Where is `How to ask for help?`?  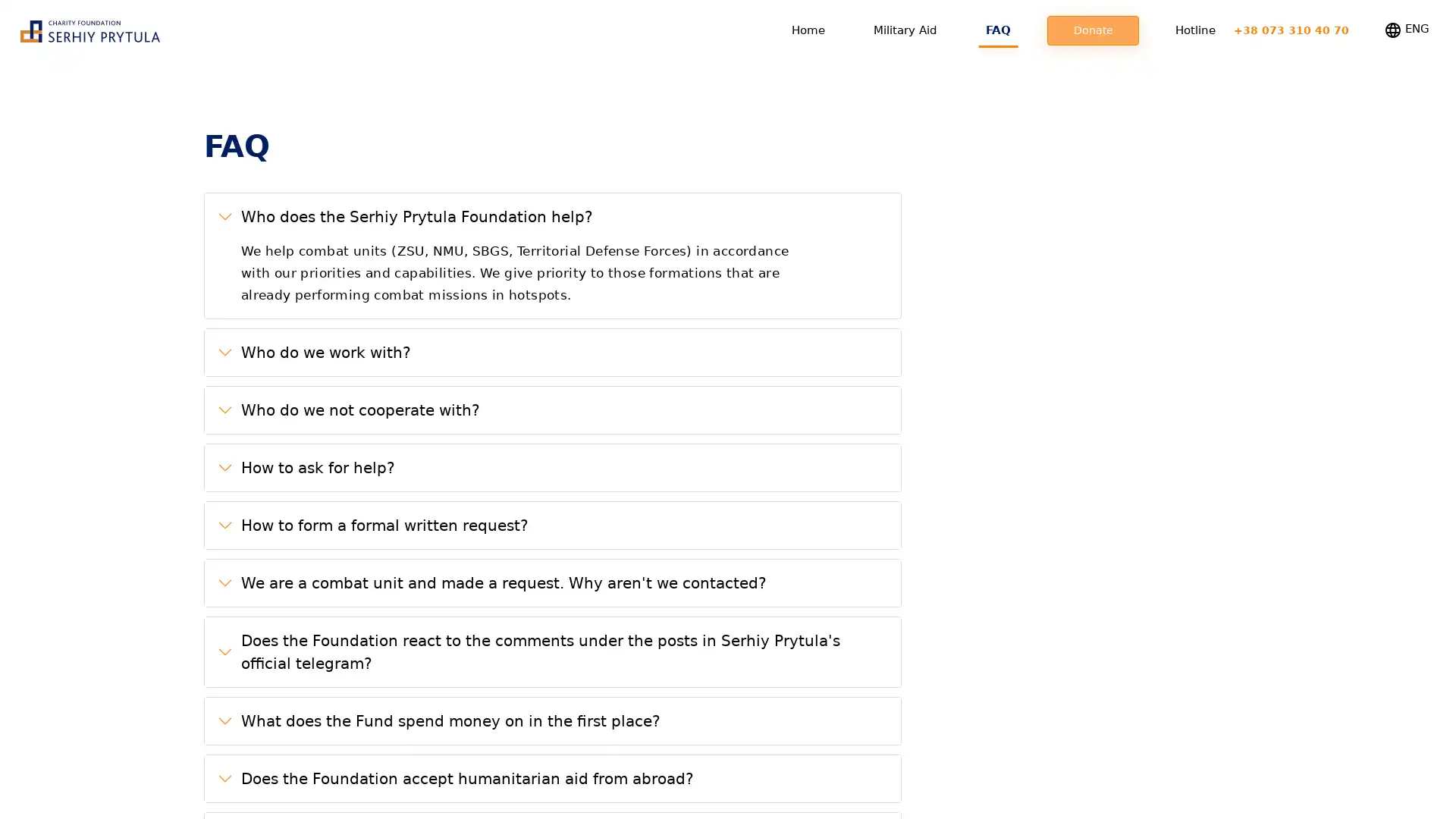 How to ask for help? is located at coordinates (551, 467).